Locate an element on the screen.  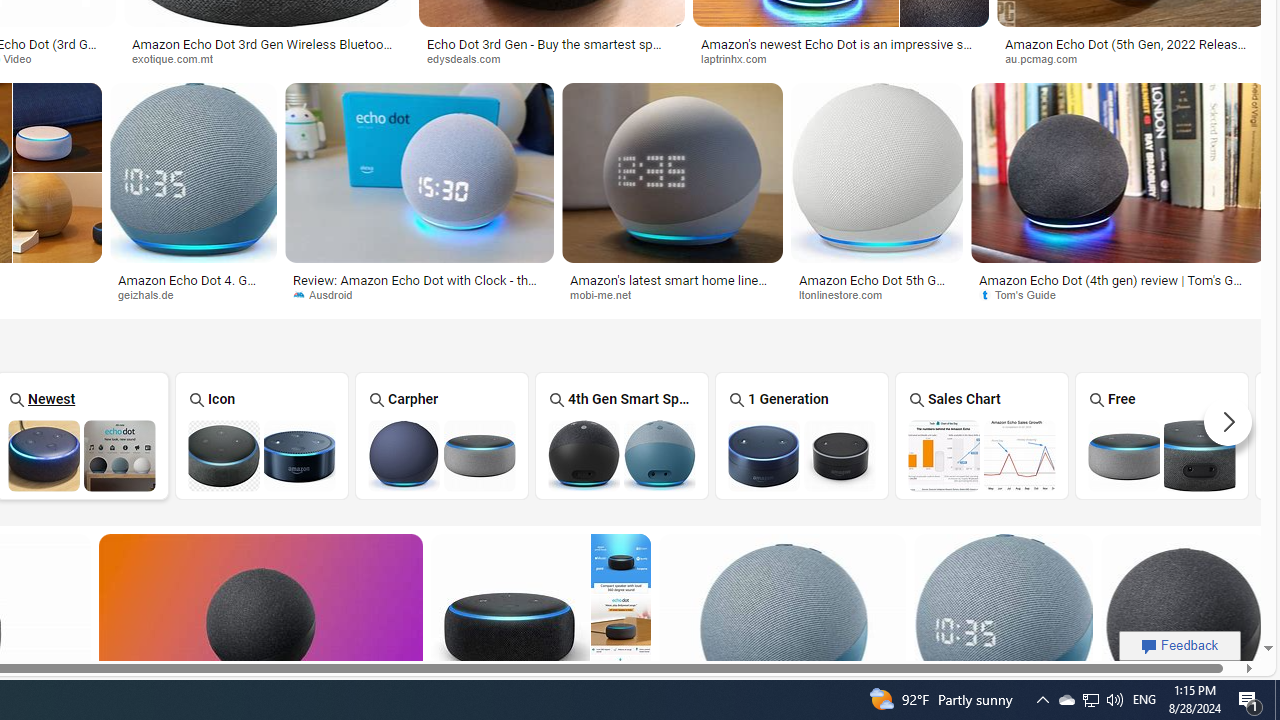
'Amazon Echo Dot Carpher Carpher' is located at coordinates (440, 434).